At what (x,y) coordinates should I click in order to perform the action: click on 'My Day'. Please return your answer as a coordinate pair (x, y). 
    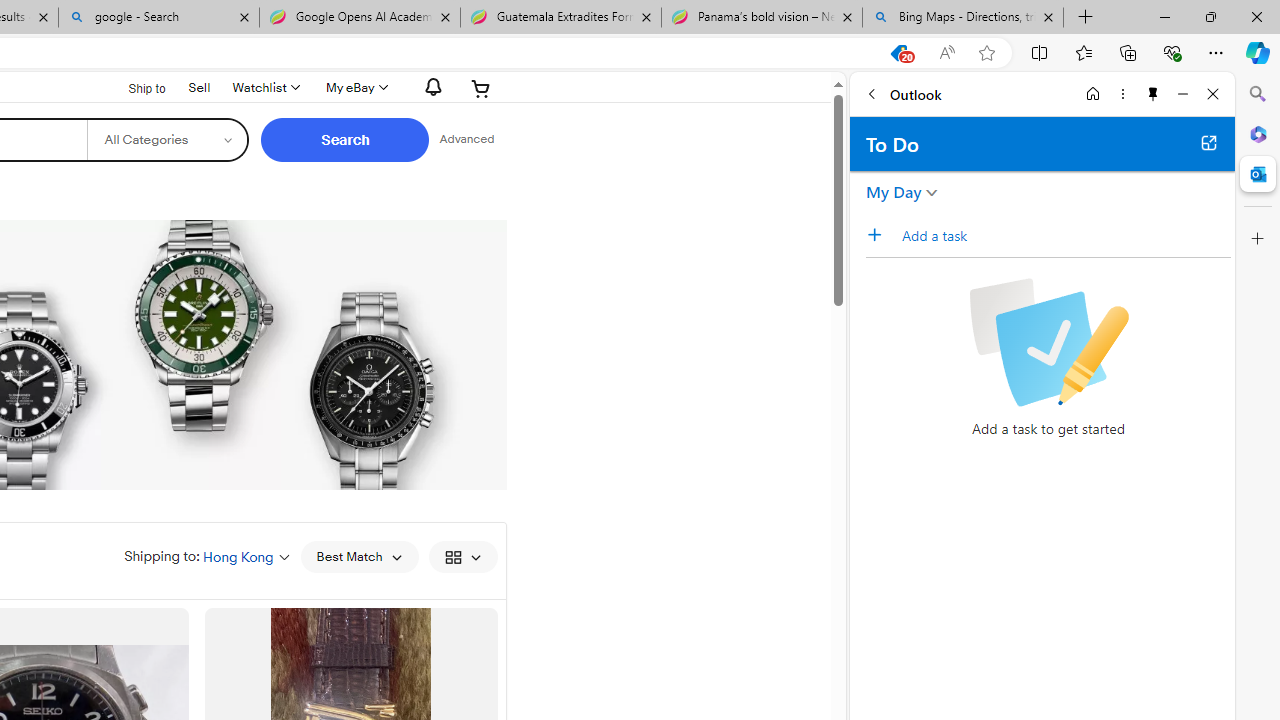
    Looking at the image, I should click on (893, 191).